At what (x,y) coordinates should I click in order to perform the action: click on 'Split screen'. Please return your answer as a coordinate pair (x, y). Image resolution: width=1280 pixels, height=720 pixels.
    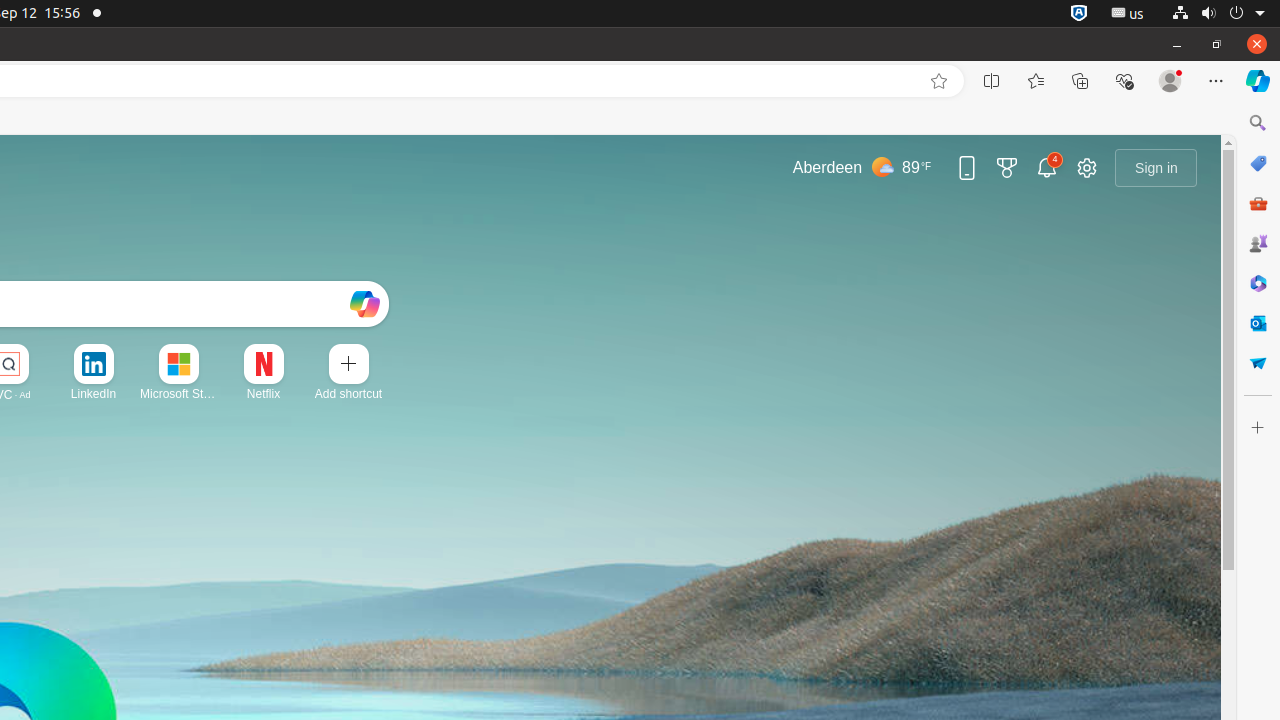
    Looking at the image, I should click on (992, 80).